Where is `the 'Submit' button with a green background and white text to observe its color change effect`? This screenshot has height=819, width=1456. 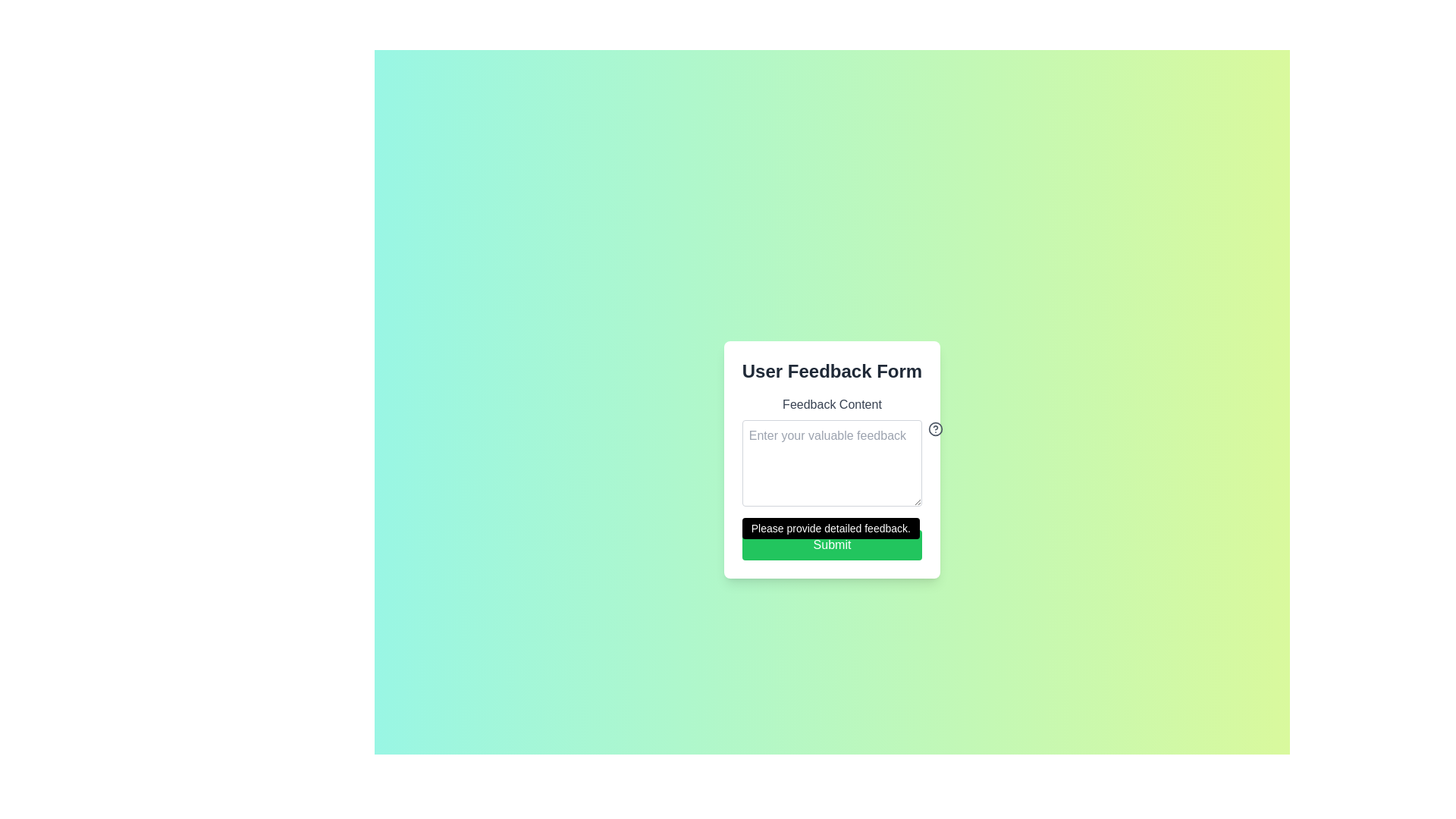 the 'Submit' button with a green background and white text to observe its color change effect is located at coordinates (831, 544).